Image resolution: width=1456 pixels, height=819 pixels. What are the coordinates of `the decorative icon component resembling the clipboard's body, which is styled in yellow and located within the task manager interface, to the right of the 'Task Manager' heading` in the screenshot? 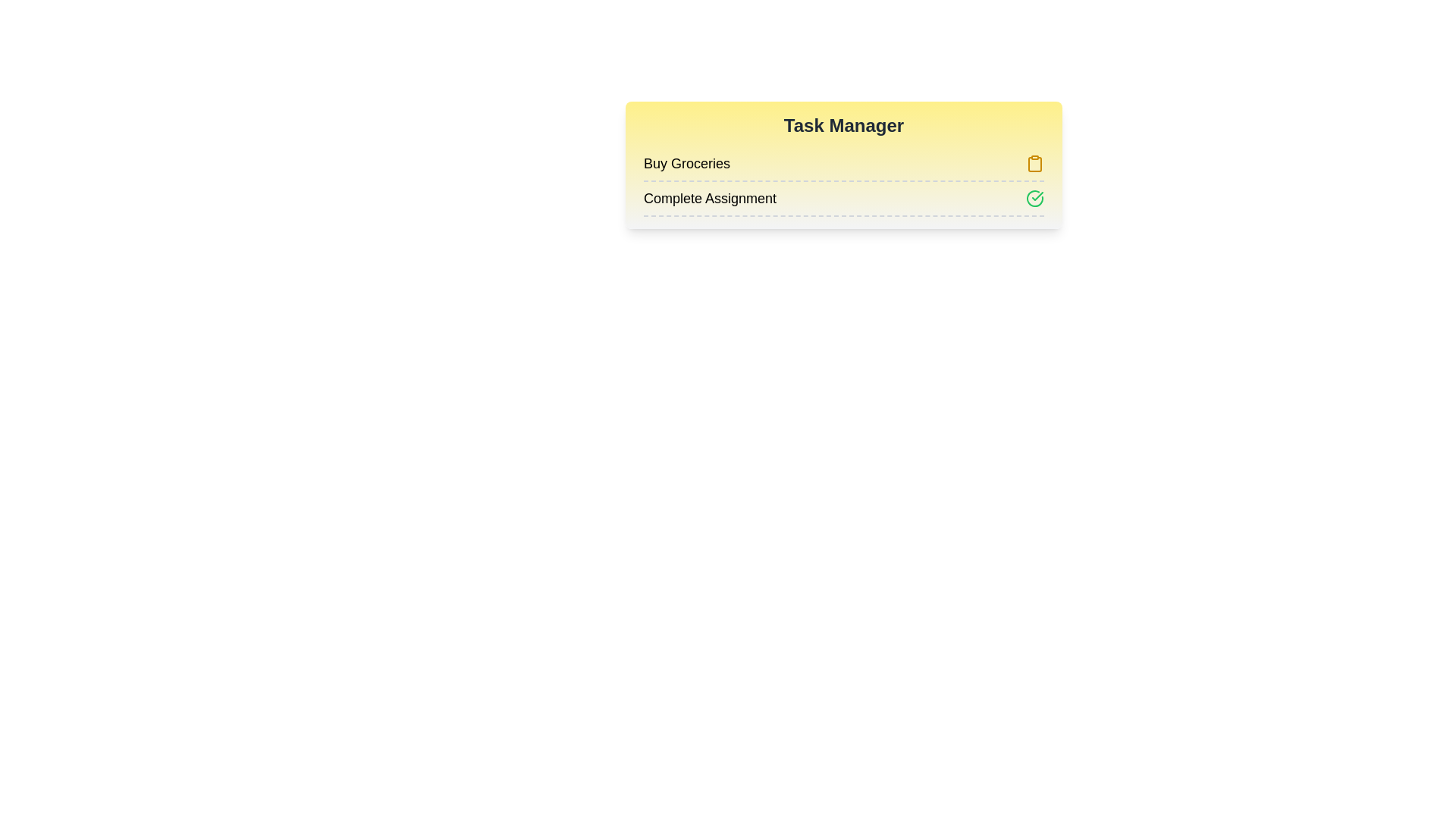 It's located at (1034, 164).